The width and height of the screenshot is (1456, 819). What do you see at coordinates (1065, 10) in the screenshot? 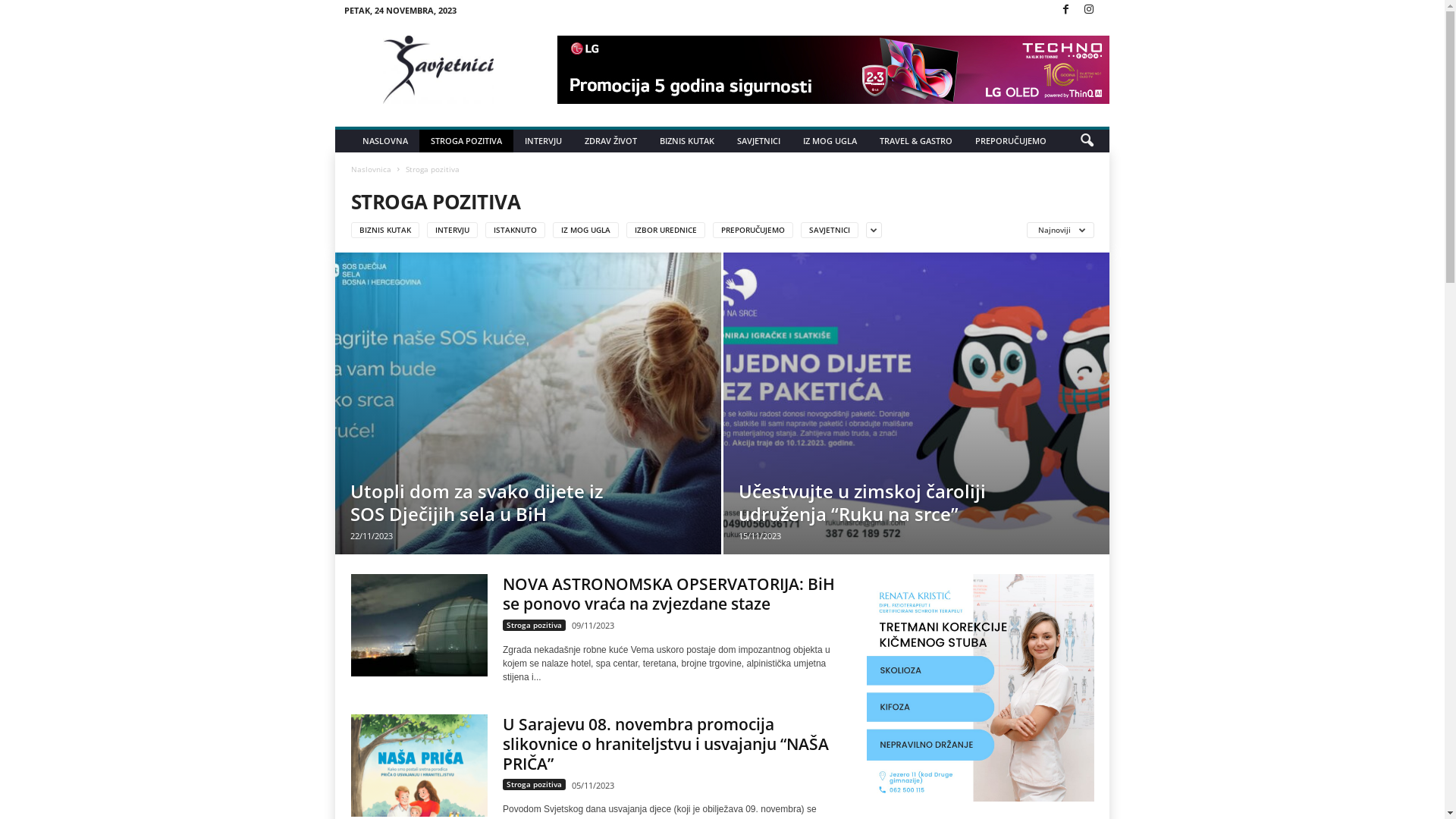
I see `'Facebook'` at bounding box center [1065, 10].